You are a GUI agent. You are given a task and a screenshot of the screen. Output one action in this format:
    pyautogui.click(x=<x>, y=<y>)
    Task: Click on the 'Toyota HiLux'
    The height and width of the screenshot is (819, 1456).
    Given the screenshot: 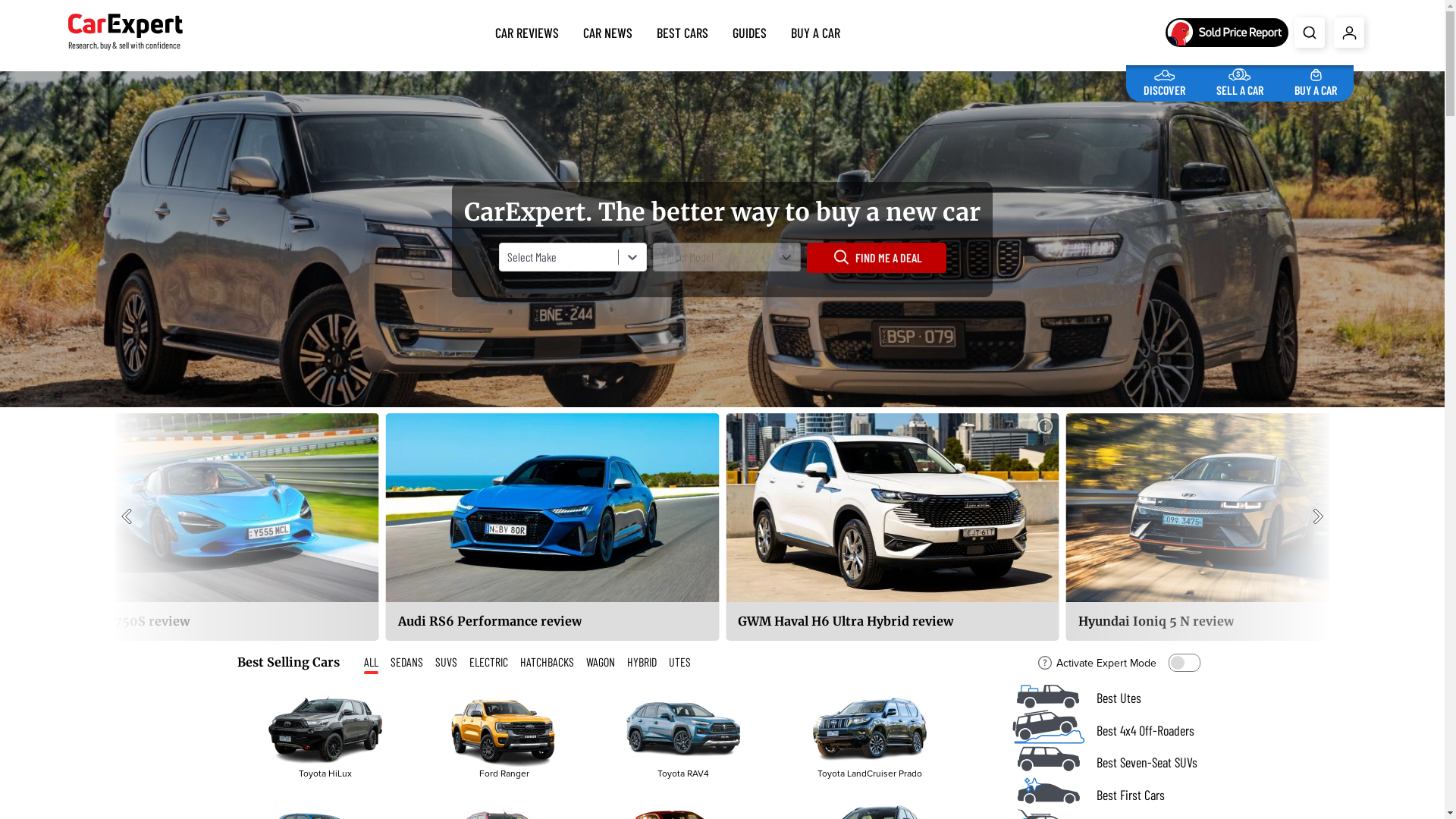 What is the action you would take?
    pyautogui.click(x=324, y=728)
    